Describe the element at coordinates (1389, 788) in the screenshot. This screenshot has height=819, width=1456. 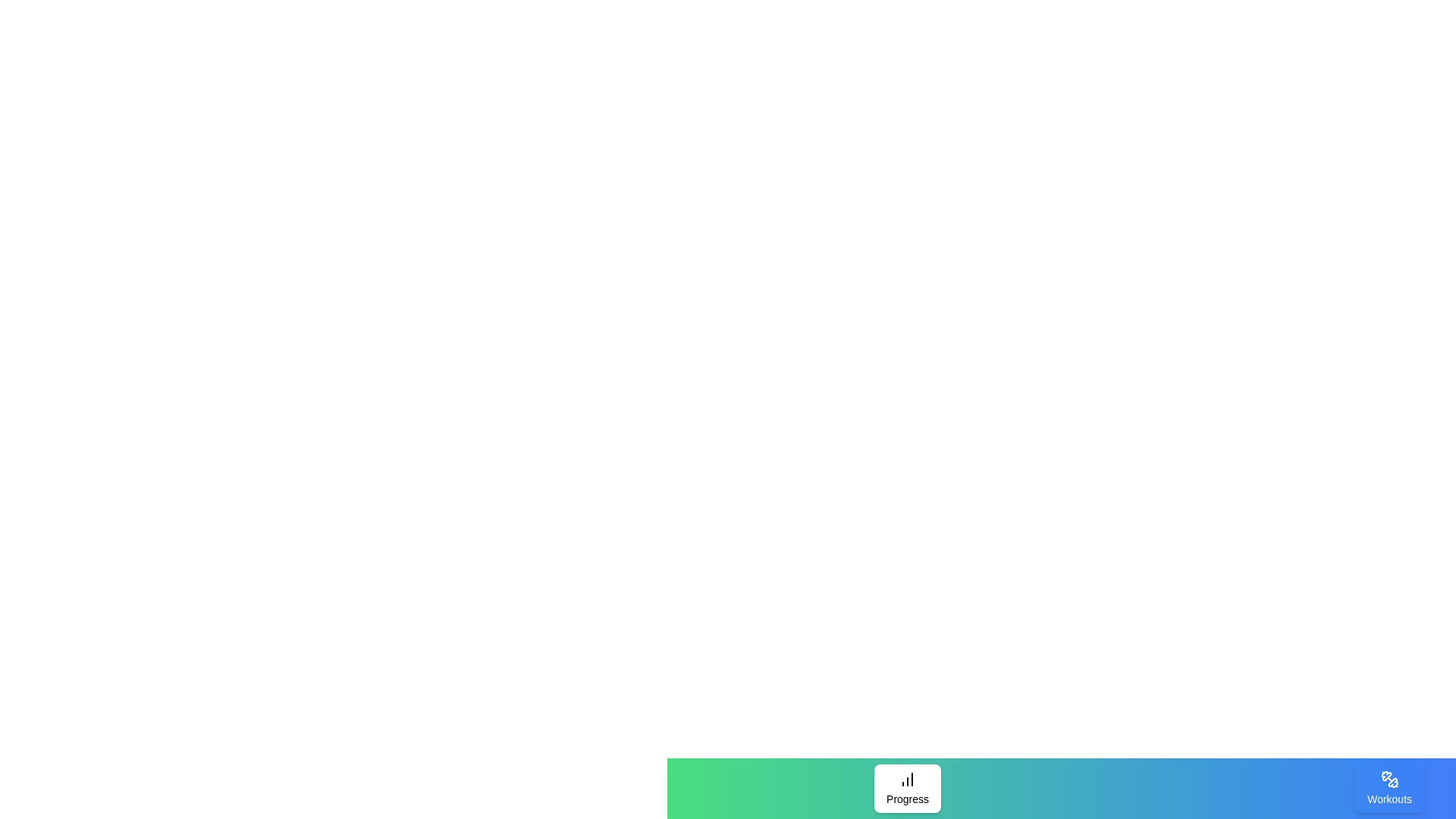
I see `the Workouts tab in the navigation bar` at that location.